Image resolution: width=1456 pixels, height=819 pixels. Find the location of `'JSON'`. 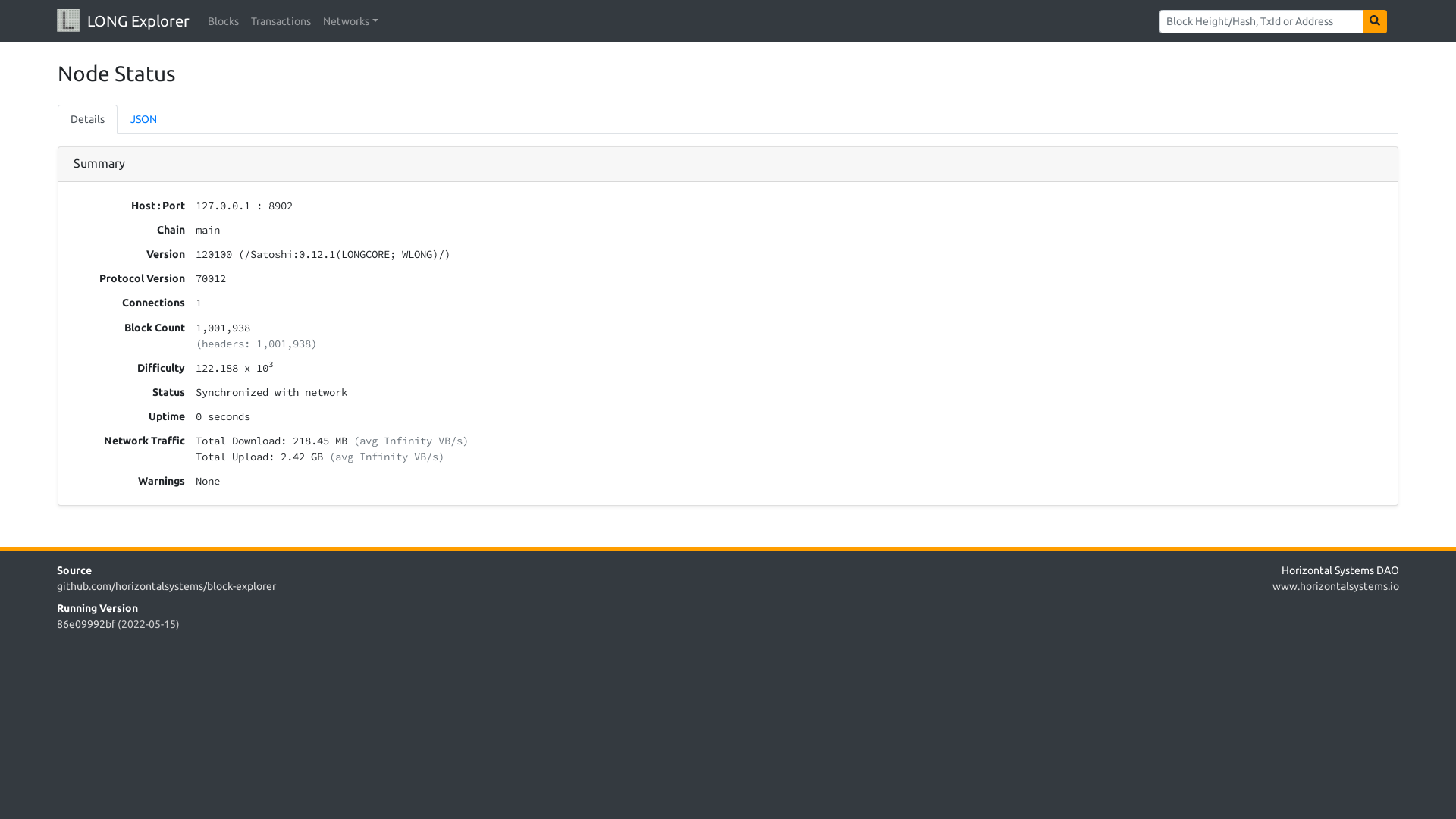

'JSON' is located at coordinates (143, 118).